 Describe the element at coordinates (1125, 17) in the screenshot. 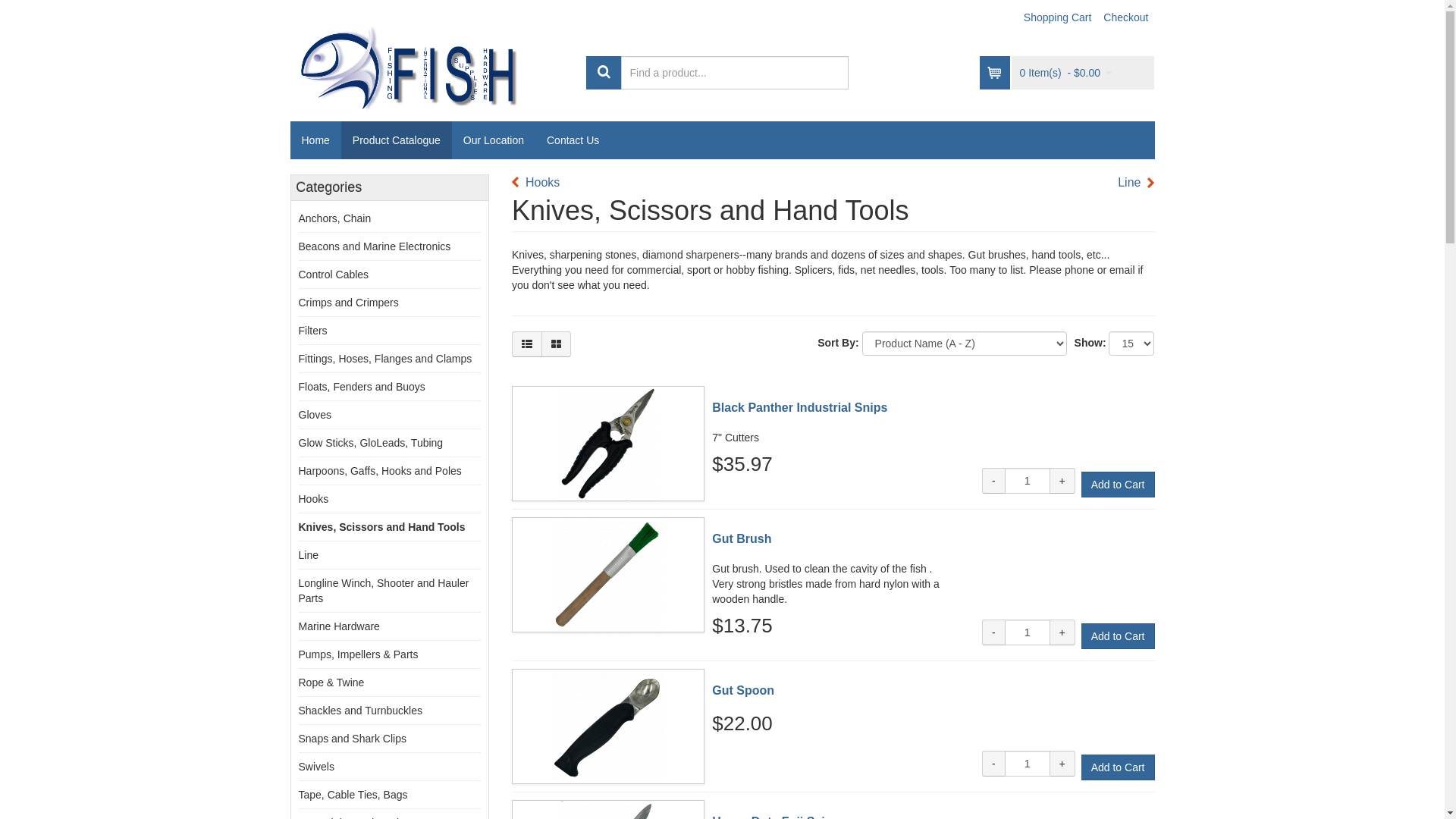

I see `'Checkout'` at that location.